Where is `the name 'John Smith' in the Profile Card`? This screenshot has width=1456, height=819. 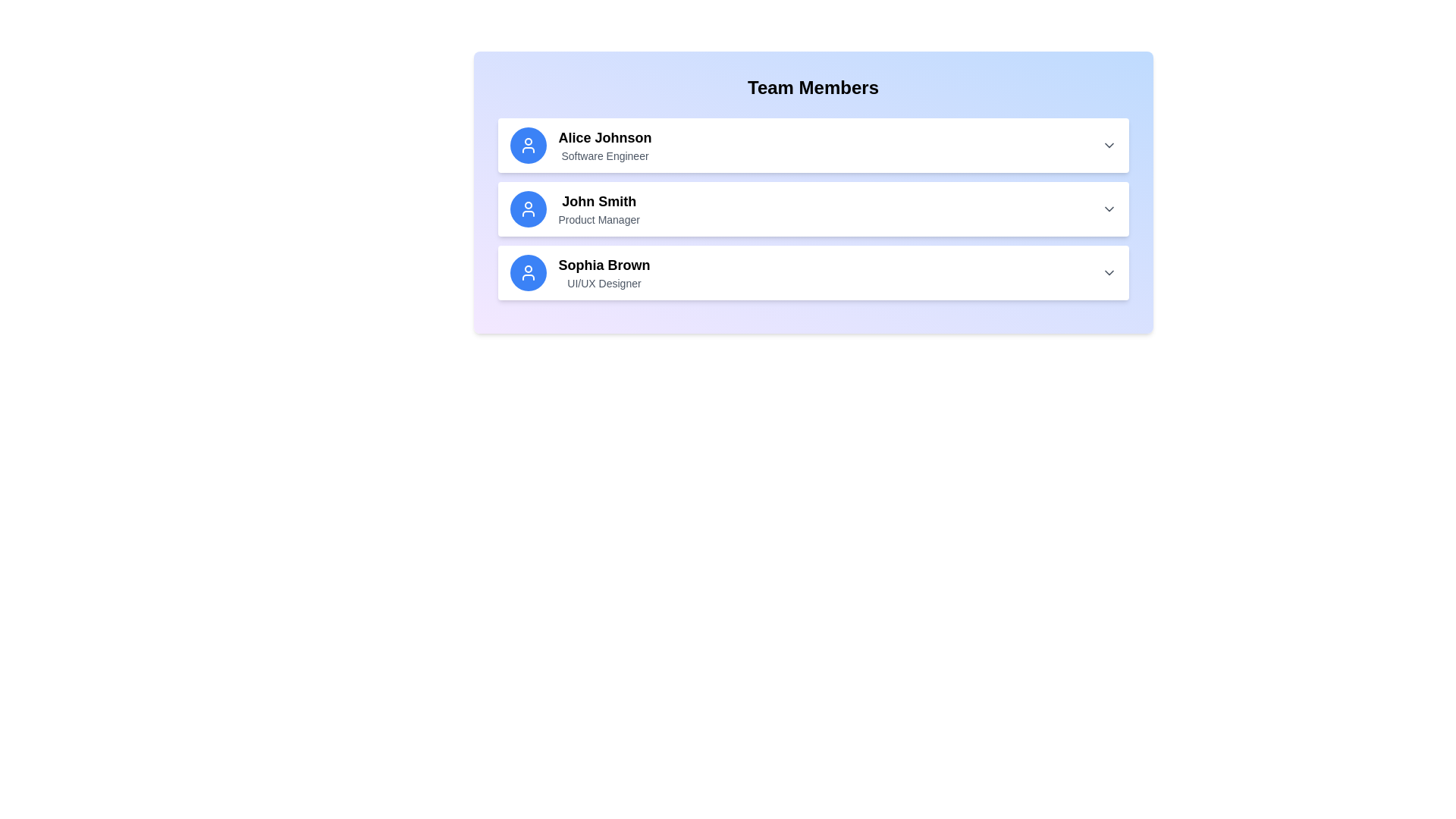 the name 'John Smith' in the Profile Card is located at coordinates (812, 209).